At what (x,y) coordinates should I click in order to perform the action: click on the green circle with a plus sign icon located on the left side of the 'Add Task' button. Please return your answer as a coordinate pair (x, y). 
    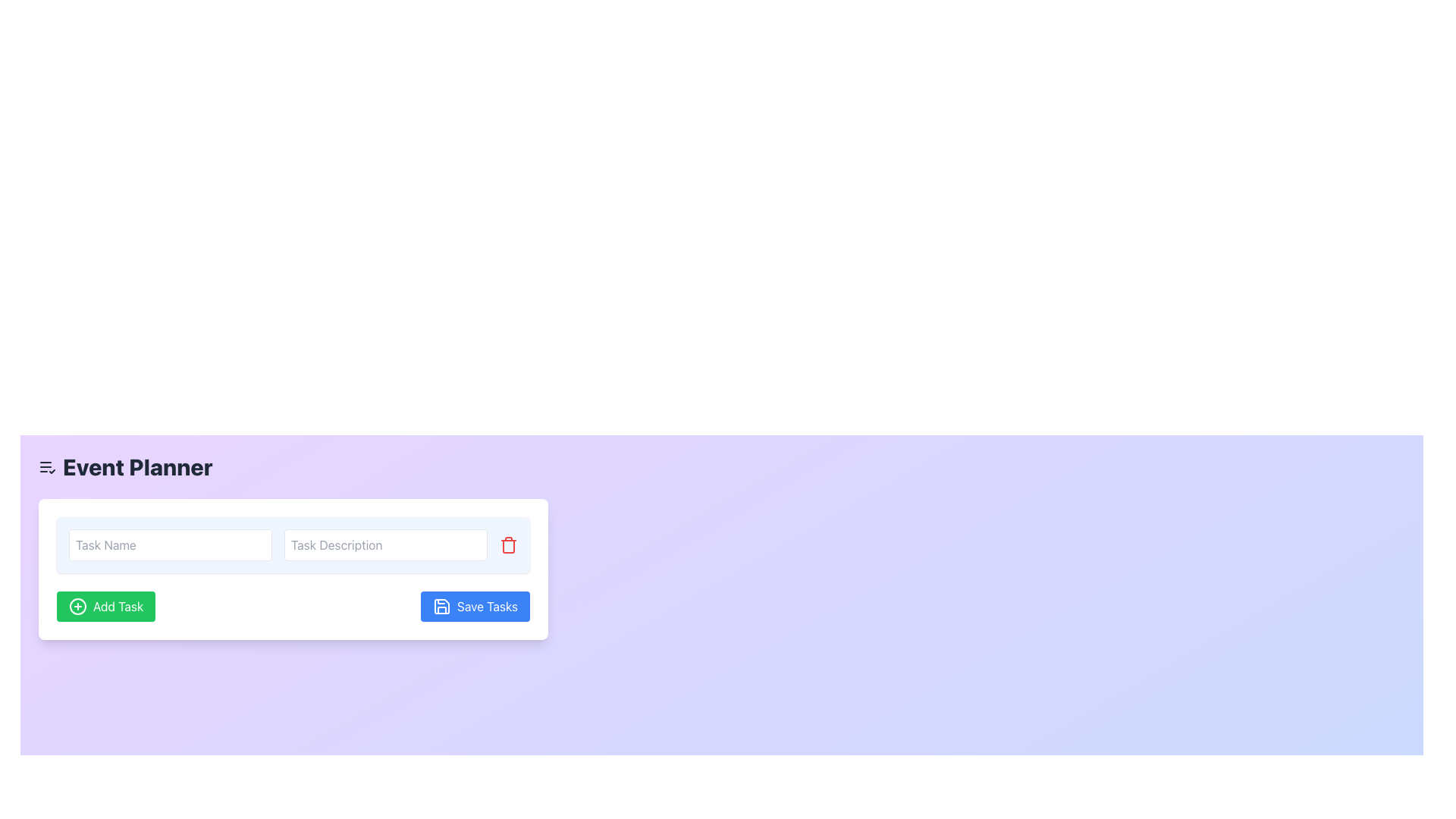
    Looking at the image, I should click on (77, 605).